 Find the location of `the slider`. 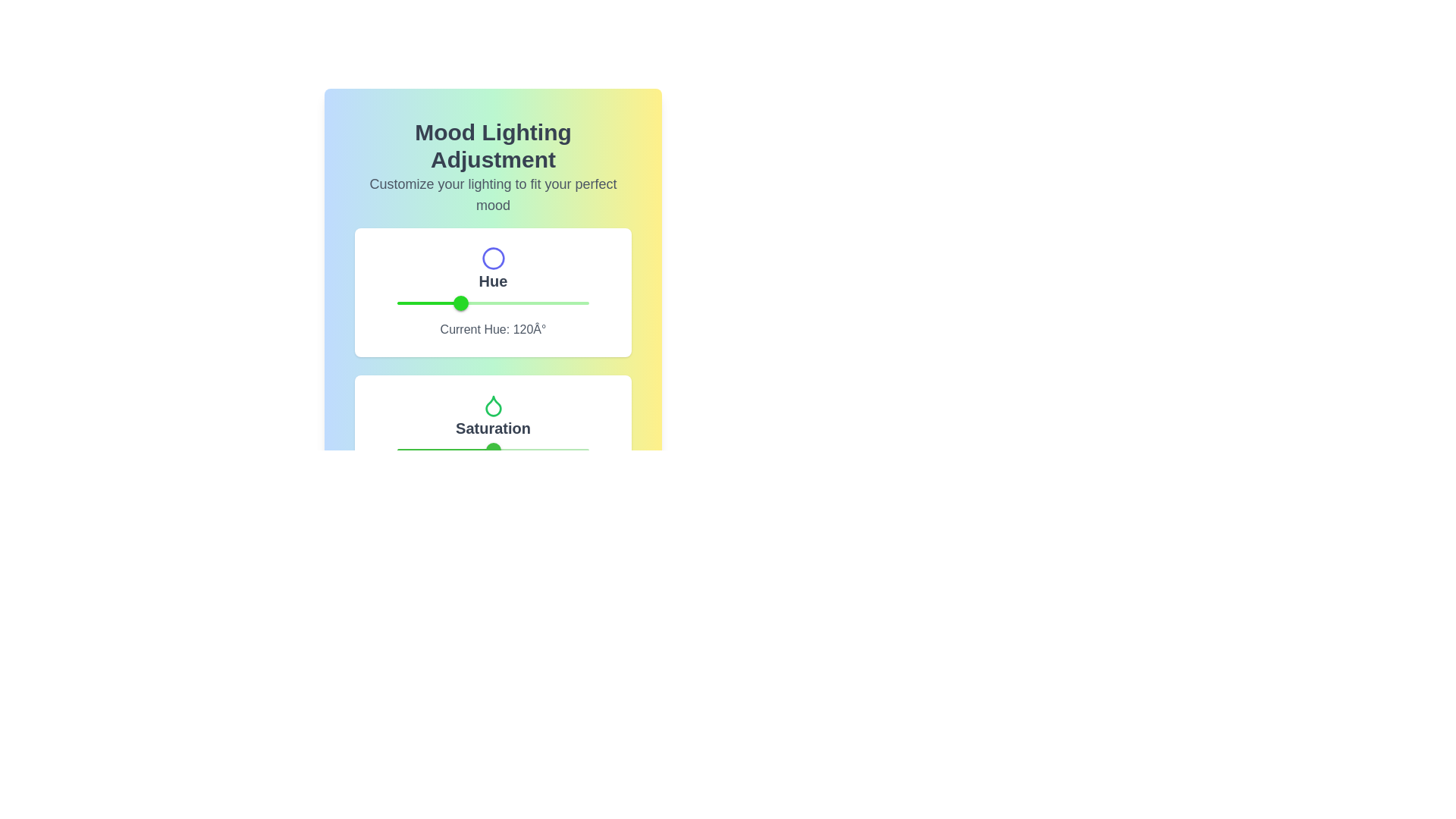

the slider is located at coordinates (403, 450).